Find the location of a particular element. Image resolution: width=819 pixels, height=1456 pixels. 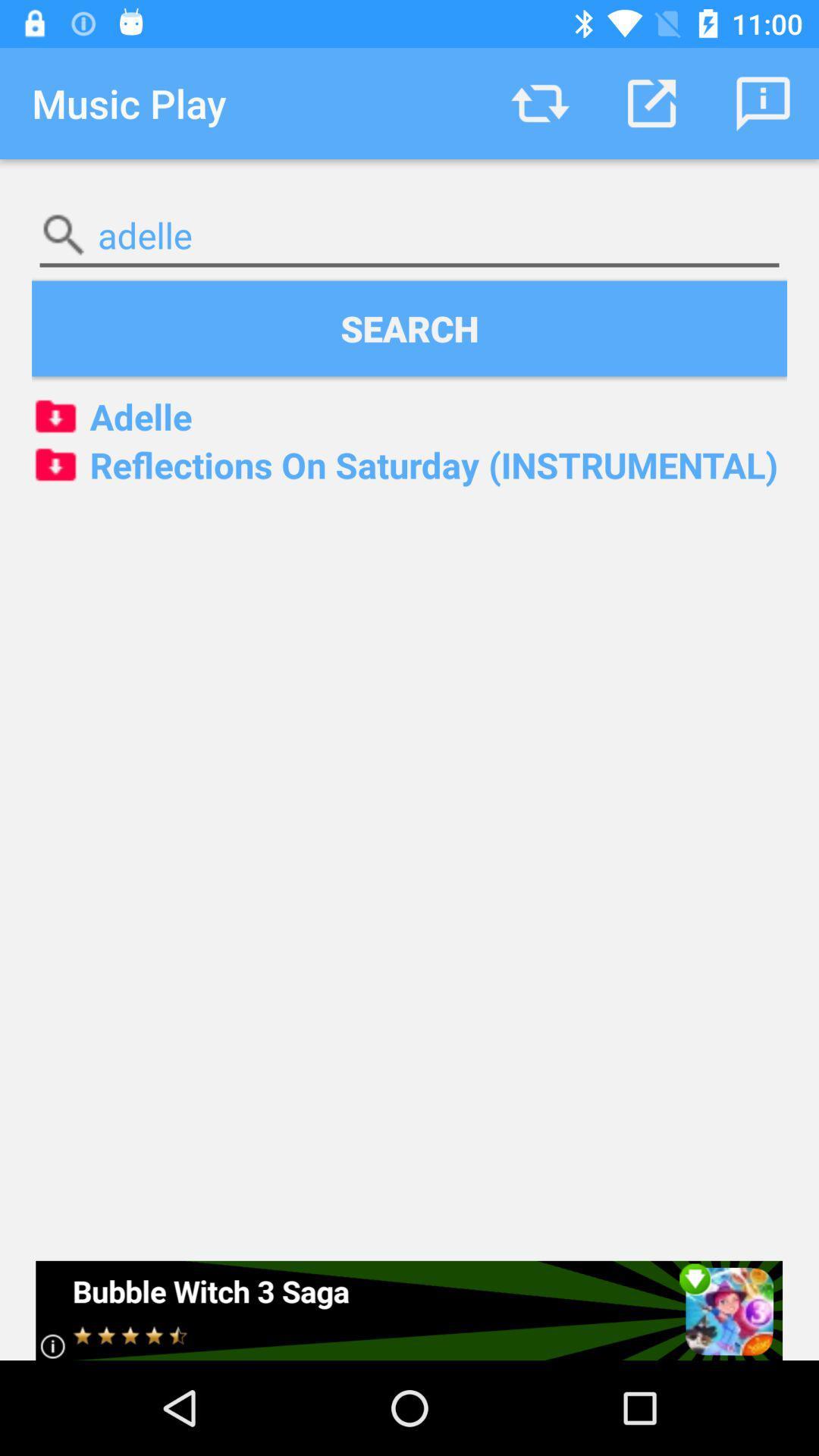

the app to the right of music play item is located at coordinates (539, 102).